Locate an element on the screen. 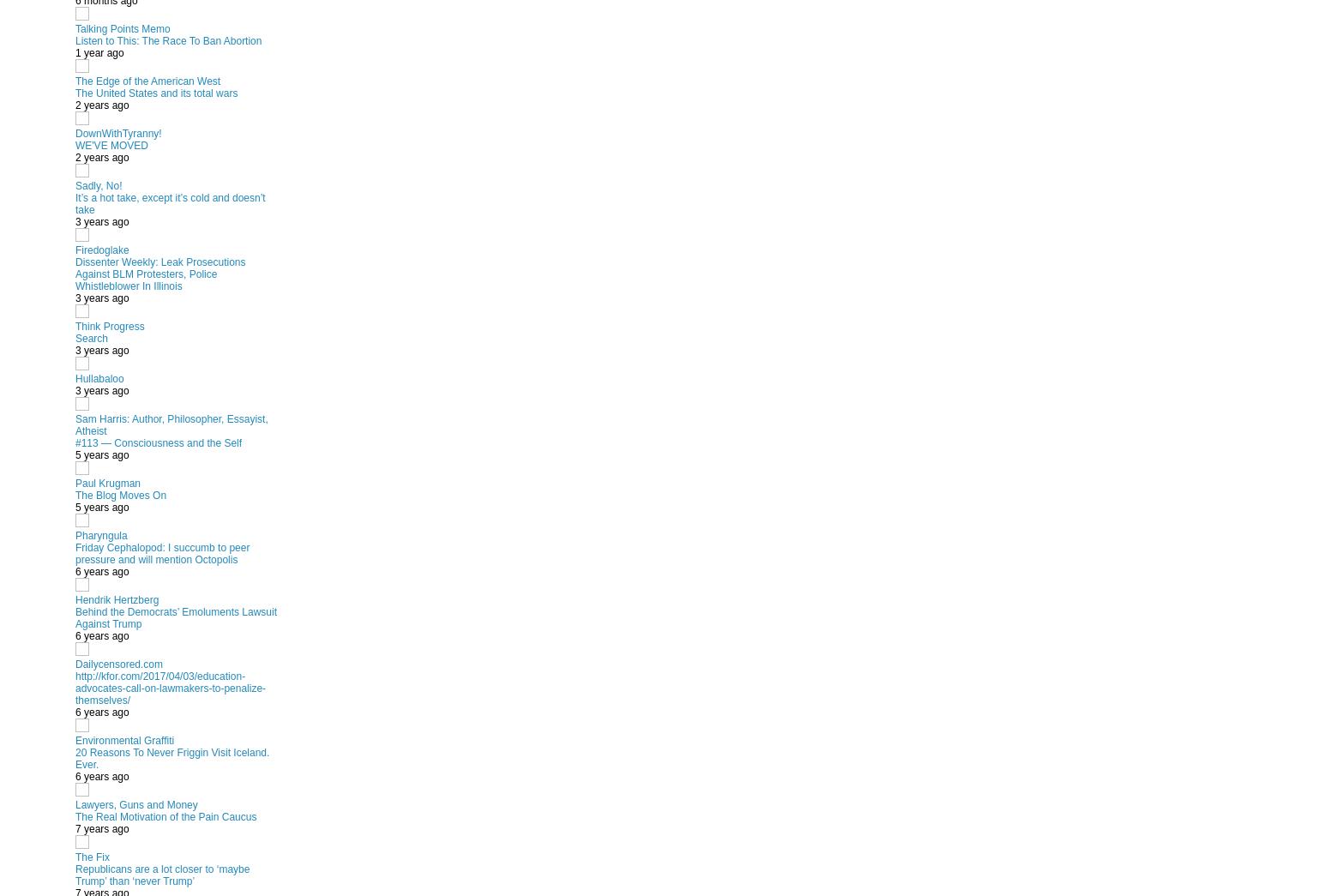 This screenshot has width=1336, height=896. 'Lawyers, Guns and Money' is located at coordinates (136, 803).